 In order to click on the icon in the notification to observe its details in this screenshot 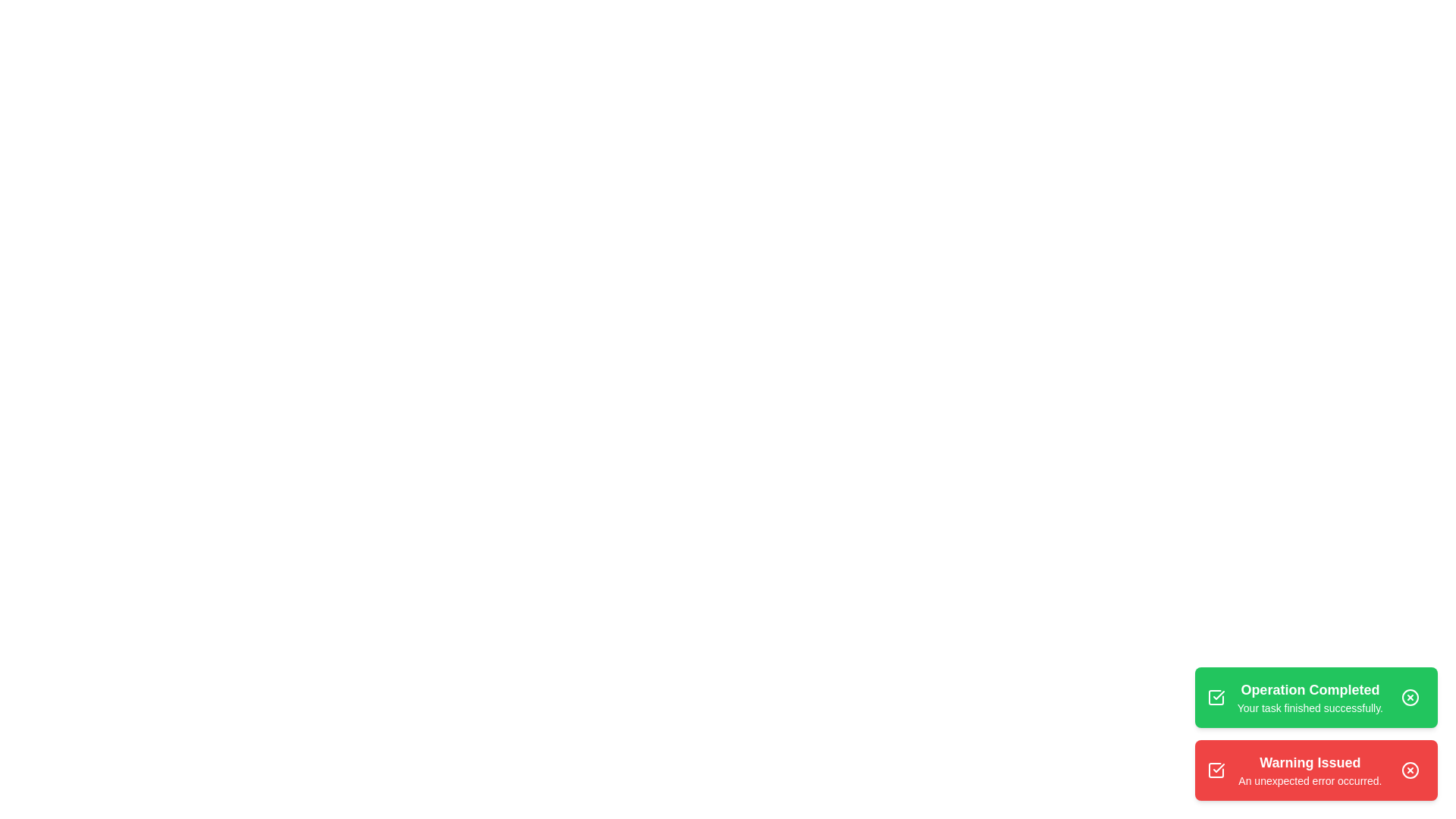, I will do `click(1216, 698)`.